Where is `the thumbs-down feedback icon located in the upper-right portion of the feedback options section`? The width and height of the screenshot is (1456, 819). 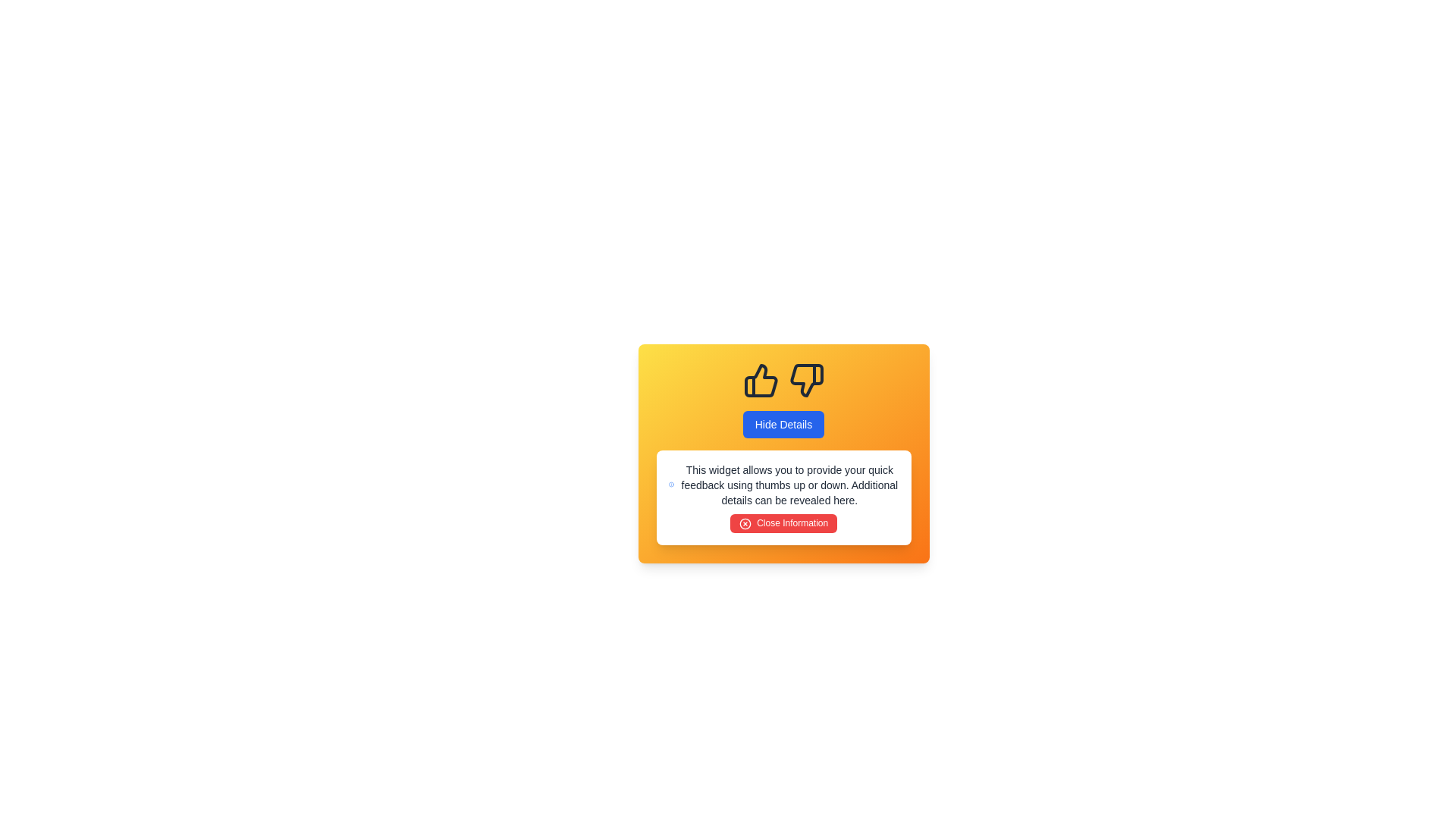 the thumbs-down feedback icon located in the upper-right portion of the feedback options section is located at coordinates (805, 379).